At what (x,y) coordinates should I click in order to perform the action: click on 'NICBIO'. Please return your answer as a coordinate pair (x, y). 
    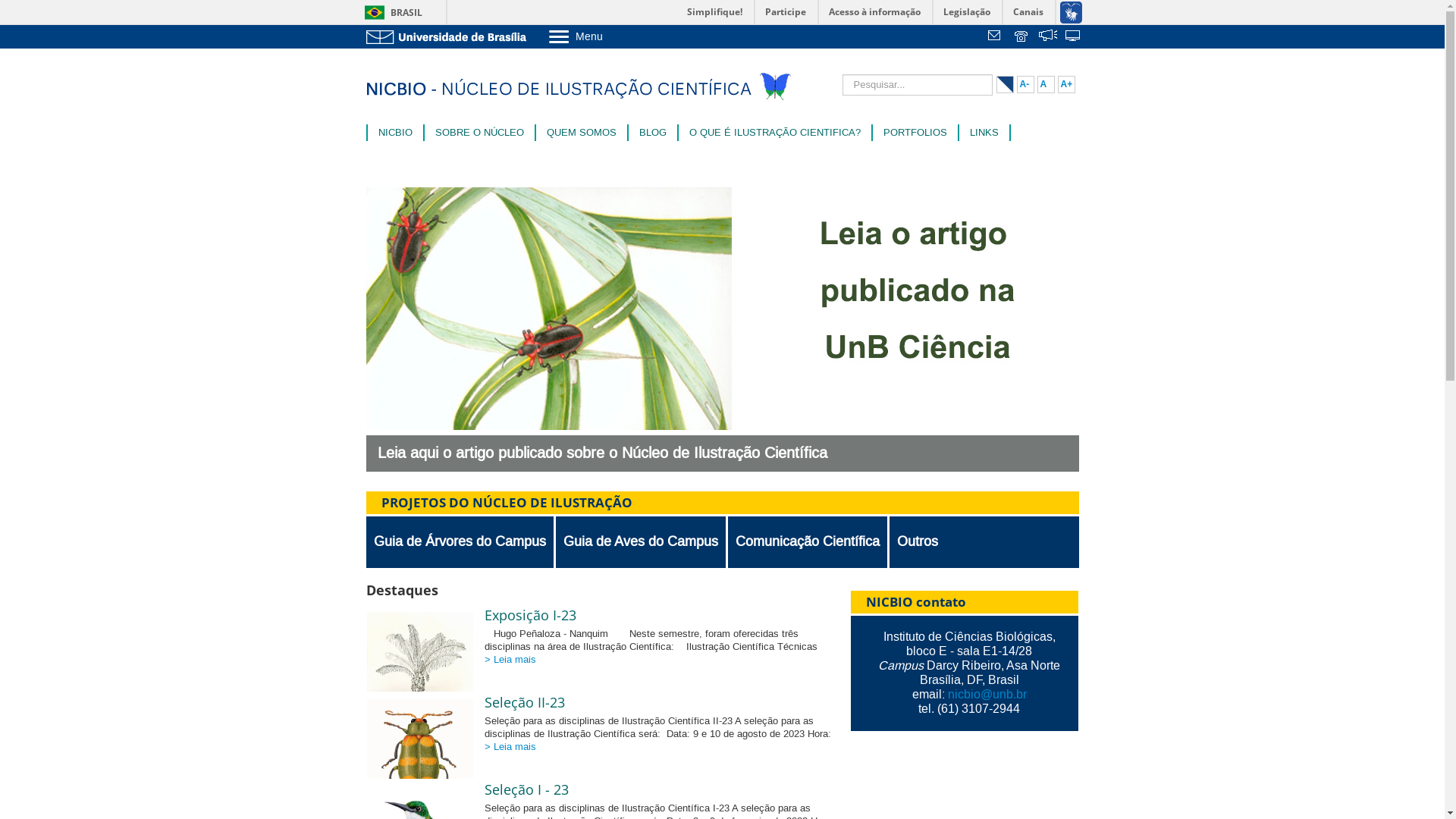
    Looking at the image, I should click on (394, 131).